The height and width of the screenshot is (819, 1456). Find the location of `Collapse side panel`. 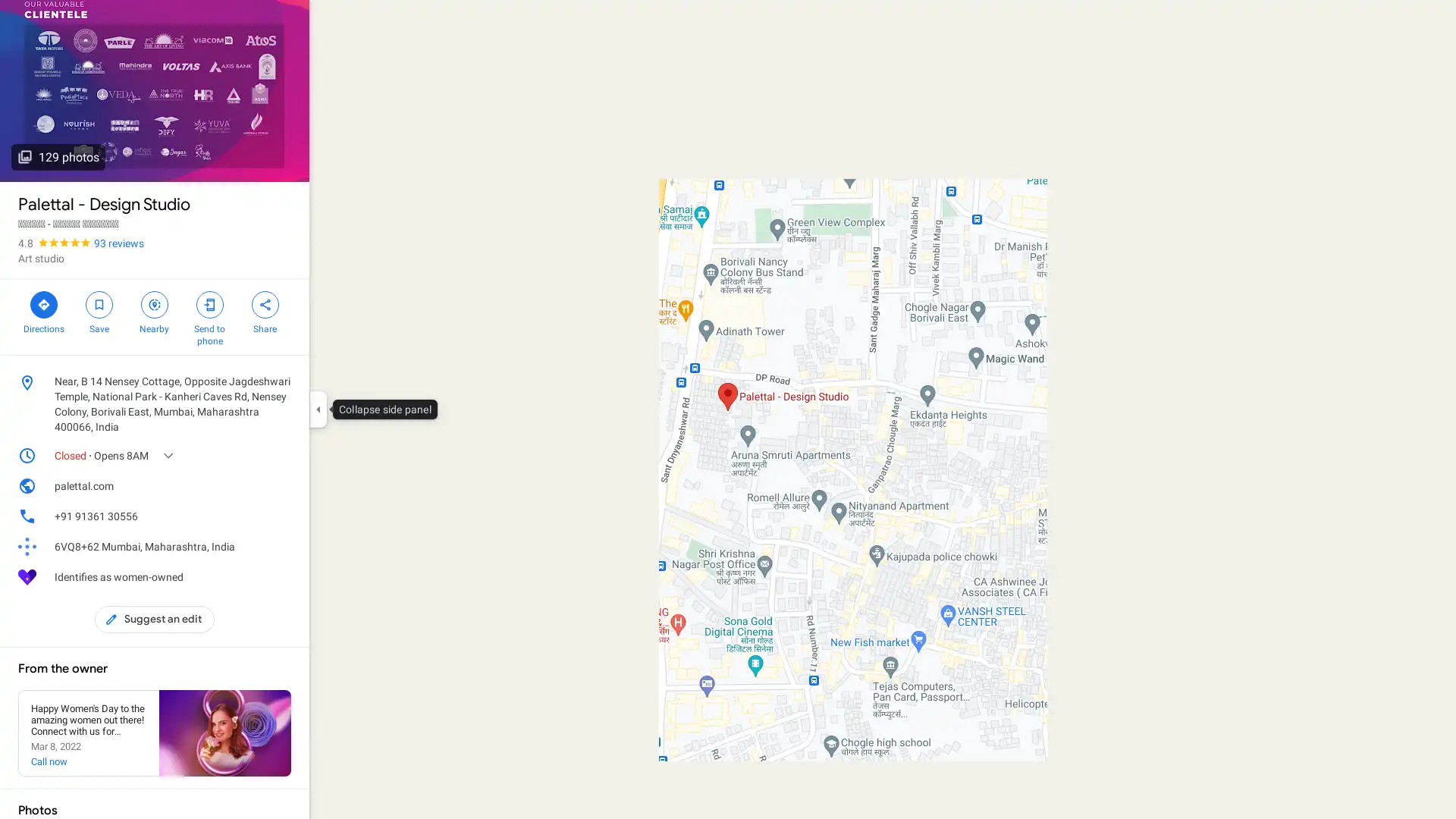

Collapse side panel is located at coordinates (317, 409).